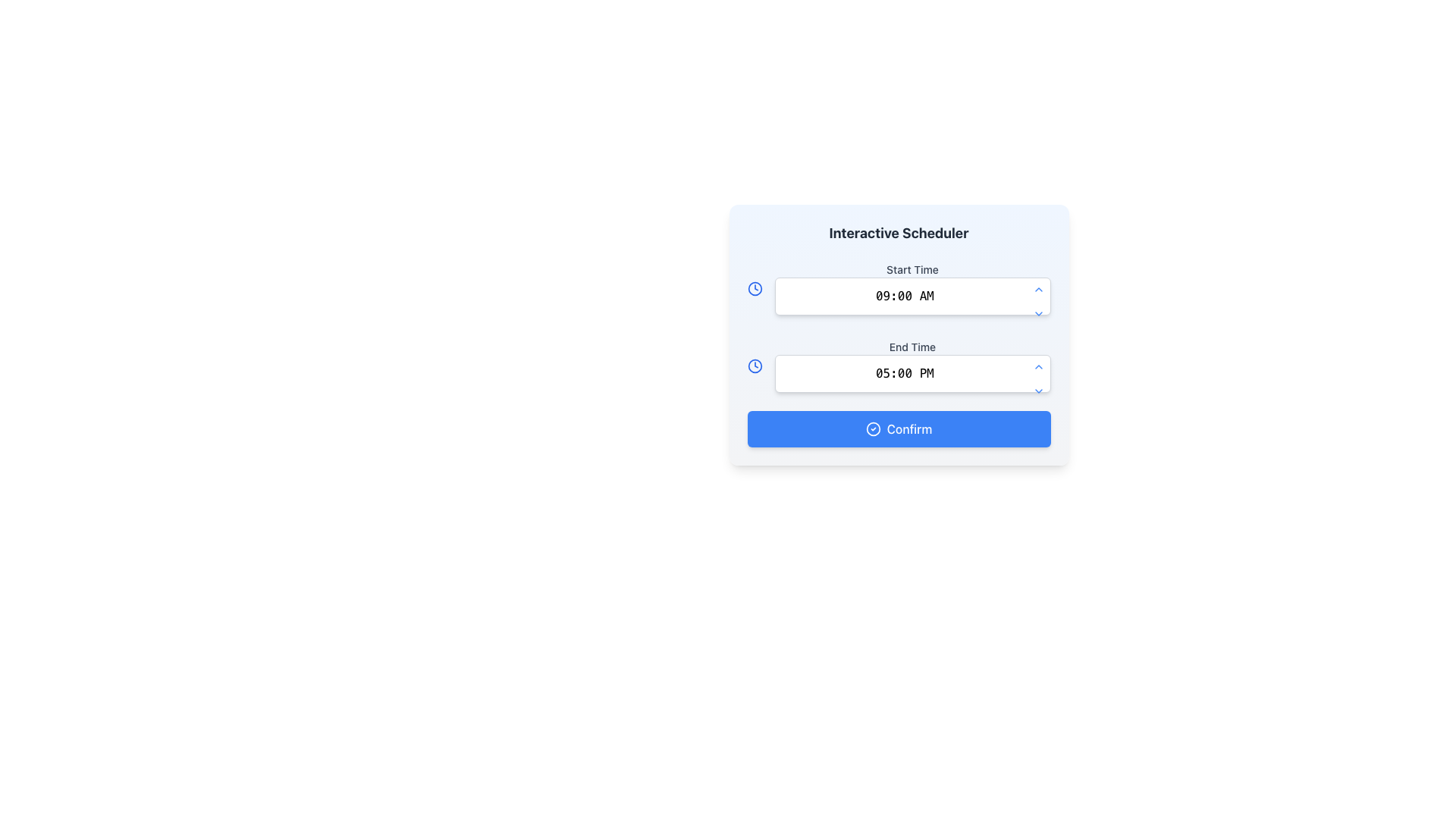 The width and height of the screenshot is (1456, 819). Describe the element at coordinates (899, 234) in the screenshot. I see `the header element displaying the text 'Interactive Scheduler' which is bold and large, centrally aligned in dark gray on a light background` at that location.